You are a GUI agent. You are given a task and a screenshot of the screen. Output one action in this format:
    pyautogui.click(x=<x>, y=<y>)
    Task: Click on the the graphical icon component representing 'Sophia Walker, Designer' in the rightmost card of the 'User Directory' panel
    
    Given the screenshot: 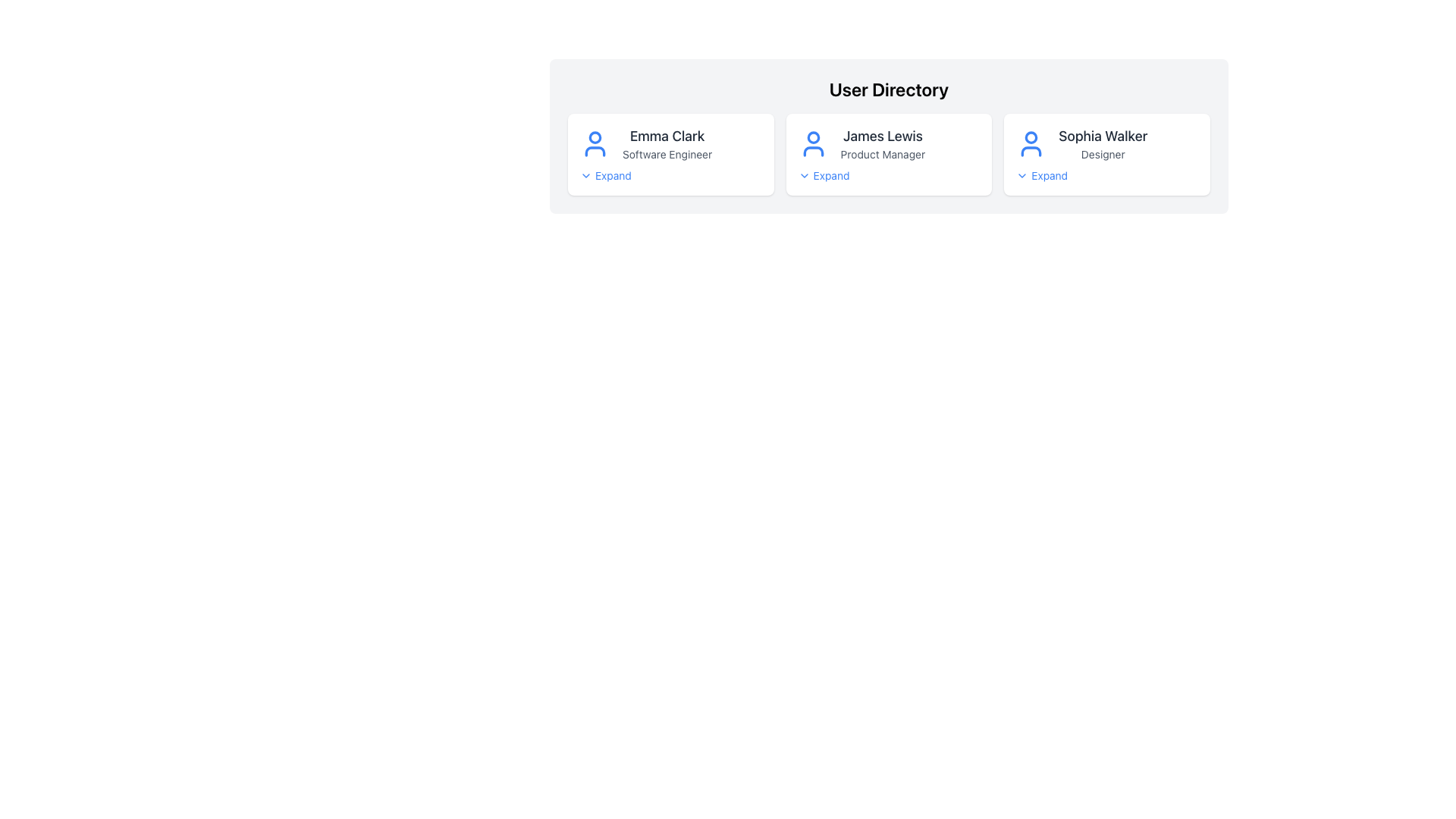 What is the action you would take?
    pyautogui.click(x=1031, y=137)
    